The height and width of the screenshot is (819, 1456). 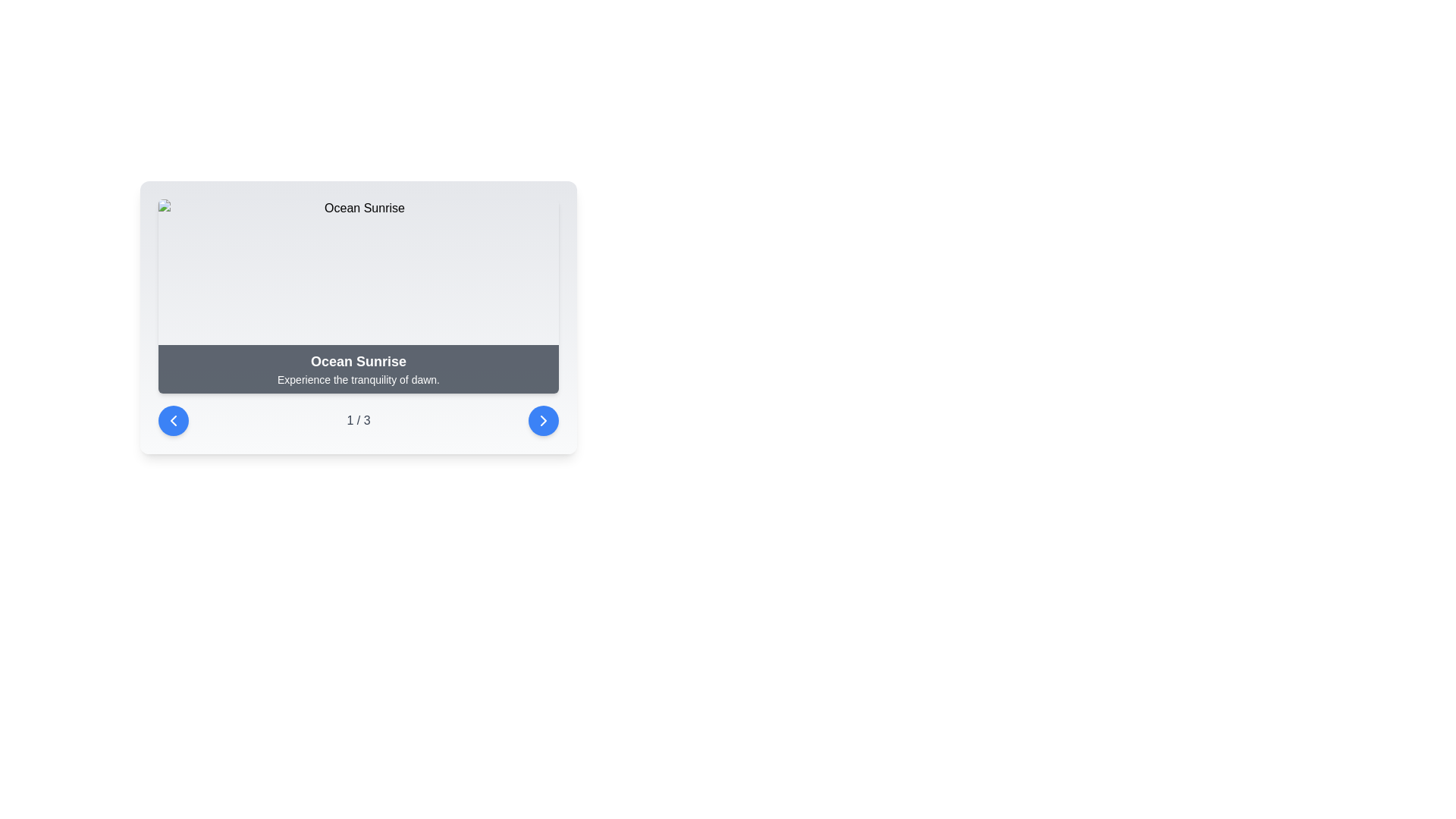 What do you see at coordinates (543, 421) in the screenshot?
I see `the rightward chevron arrow icon enclosed within a circular blue button located at the bottom right corner of the card interface, next to the text '1 / 3', for accessibility interactions` at bounding box center [543, 421].